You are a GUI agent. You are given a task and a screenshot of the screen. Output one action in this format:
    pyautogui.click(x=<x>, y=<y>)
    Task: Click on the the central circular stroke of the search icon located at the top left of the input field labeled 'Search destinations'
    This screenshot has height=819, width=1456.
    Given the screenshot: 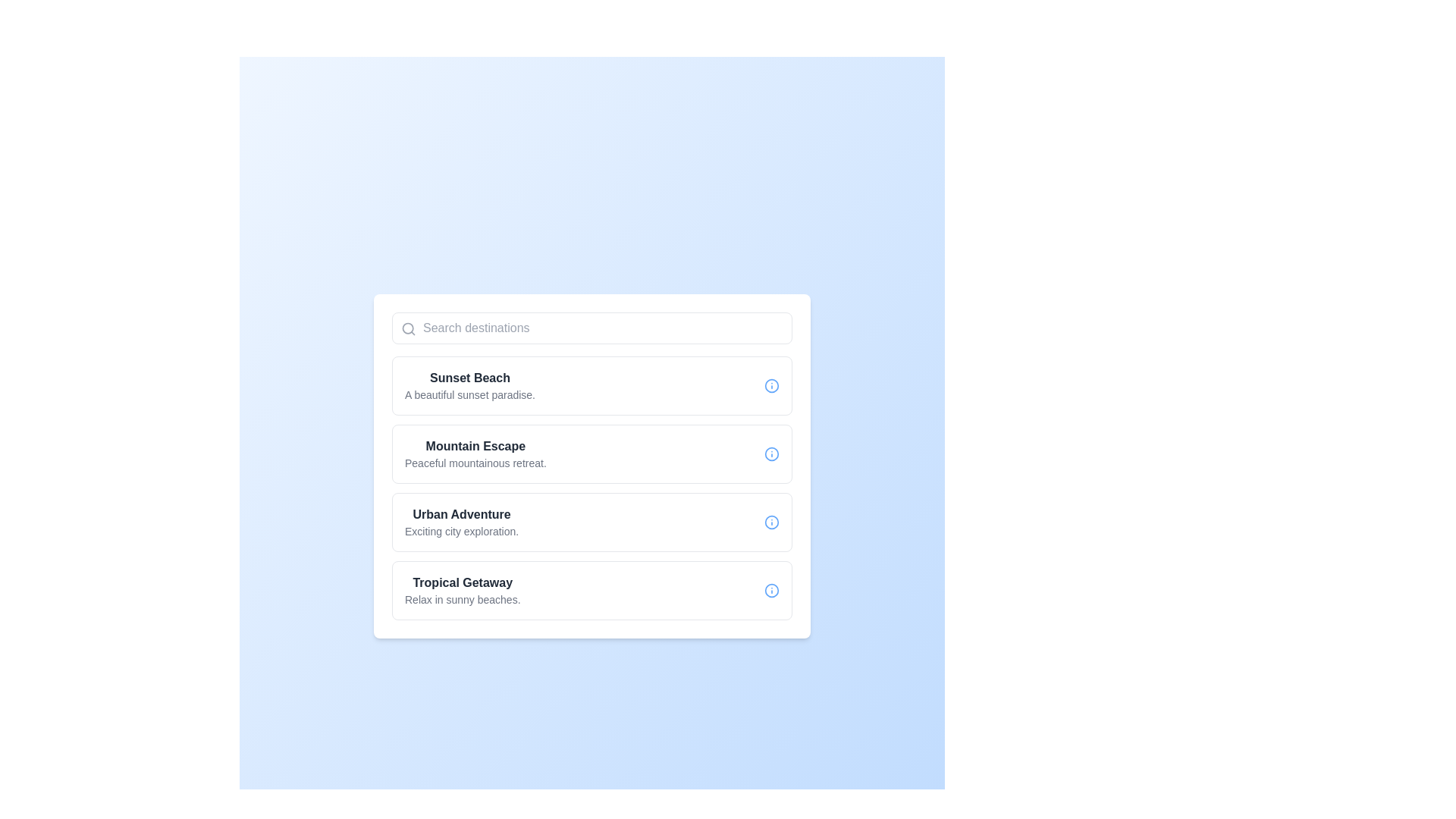 What is the action you would take?
    pyautogui.click(x=408, y=328)
    